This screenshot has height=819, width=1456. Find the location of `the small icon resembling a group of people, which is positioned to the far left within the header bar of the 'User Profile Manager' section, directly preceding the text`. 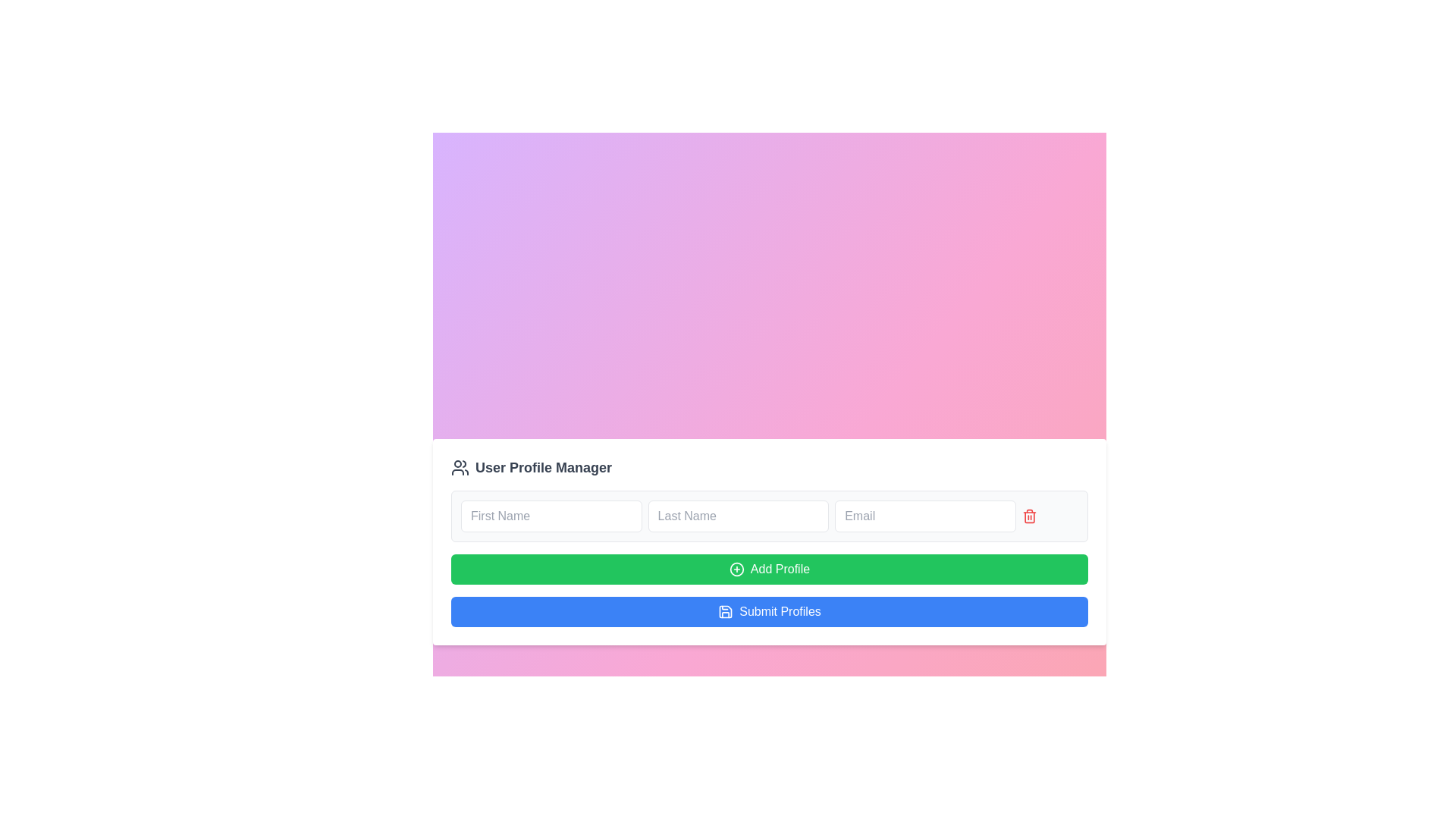

the small icon resembling a group of people, which is positioned to the far left within the header bar of the 'User Profile Manager' section, directly preceding the text is located at coordinates (459, 467).